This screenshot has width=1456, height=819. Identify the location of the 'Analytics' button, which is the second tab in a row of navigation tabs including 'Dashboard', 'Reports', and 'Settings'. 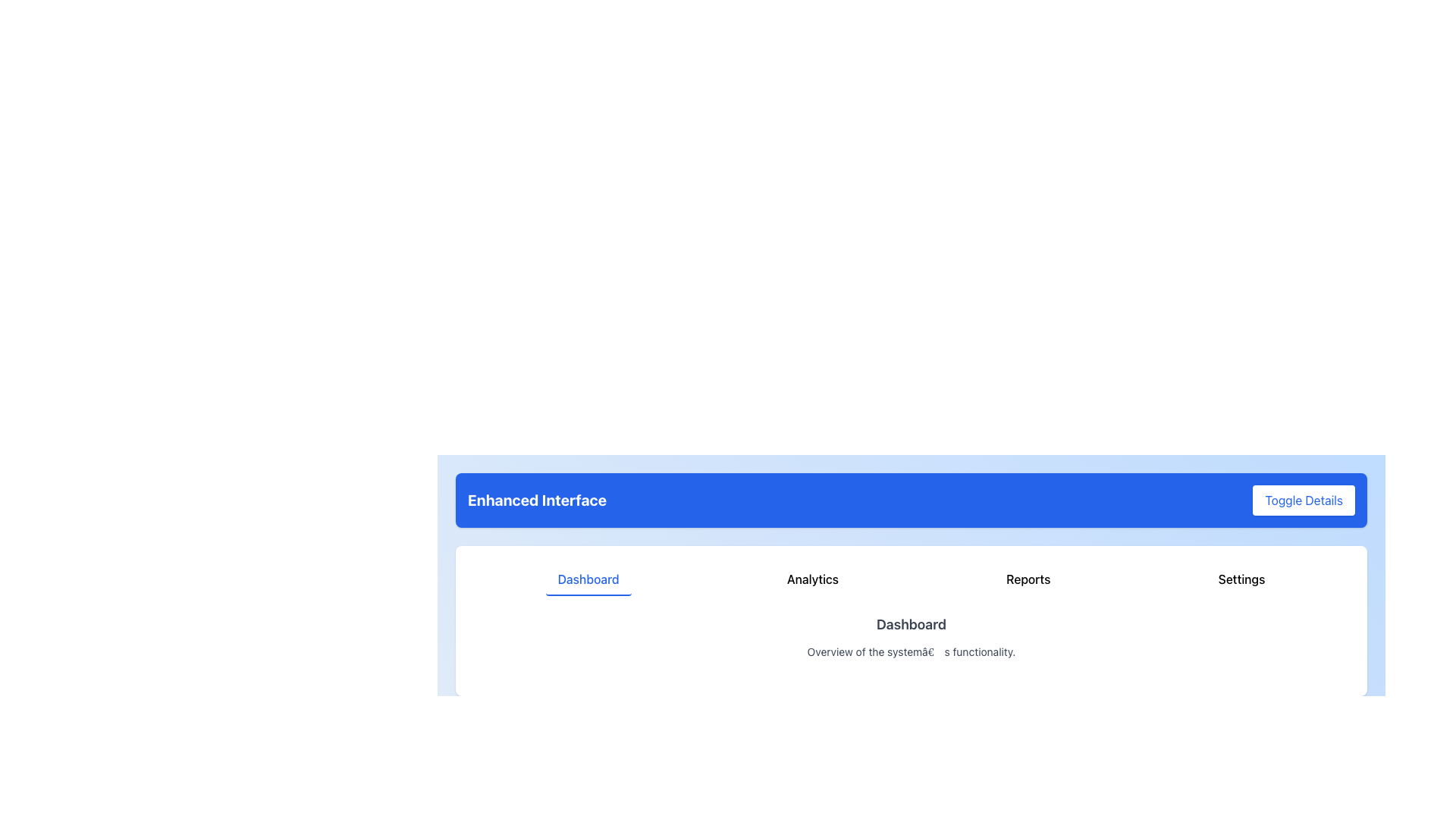
(811, 579).